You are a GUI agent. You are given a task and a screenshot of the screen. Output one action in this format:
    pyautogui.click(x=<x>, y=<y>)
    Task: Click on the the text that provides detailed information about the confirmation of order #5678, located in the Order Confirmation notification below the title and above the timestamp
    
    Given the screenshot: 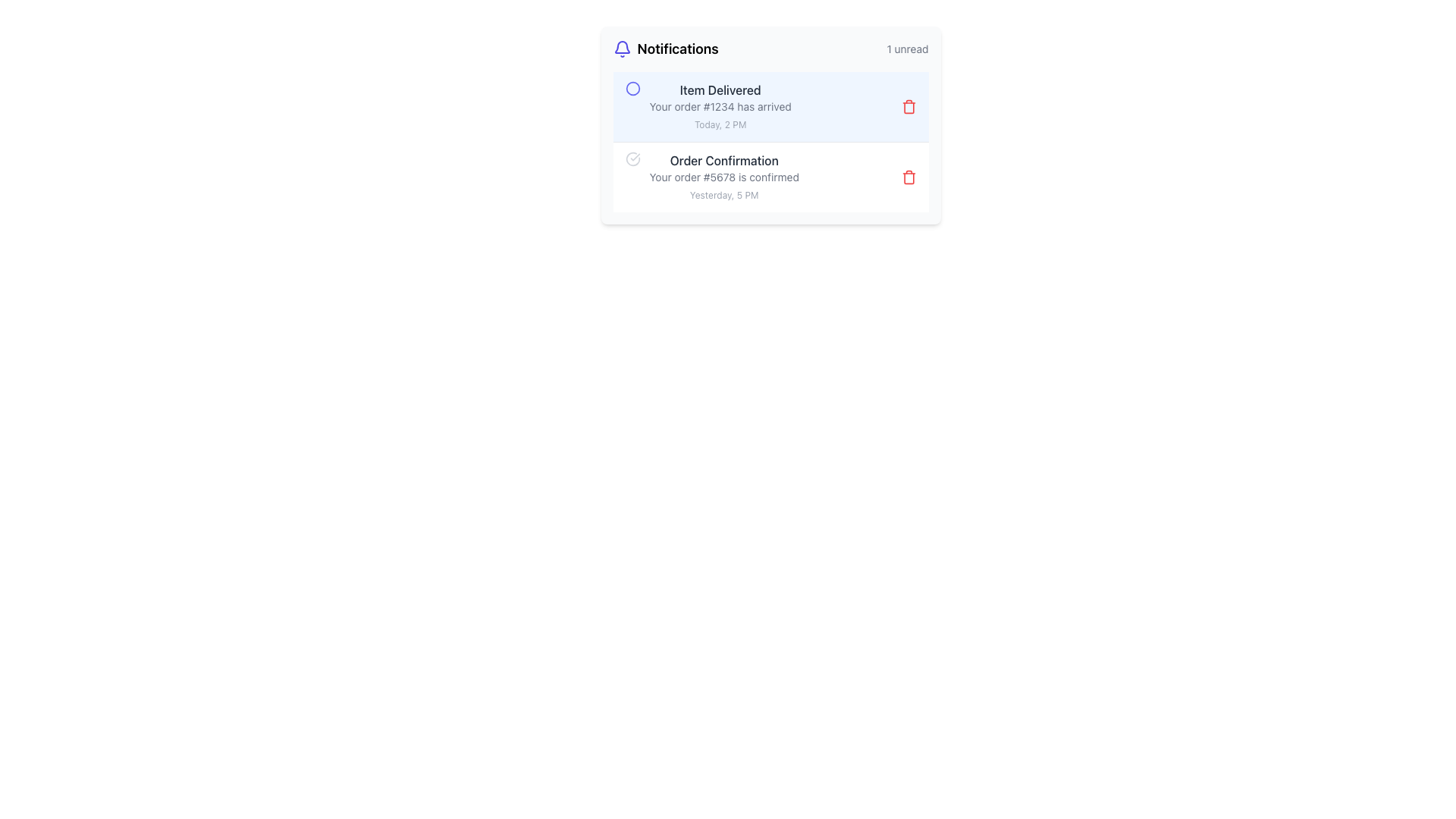 What is the action you would take?
    pyautogui.click(x=723, y=177)
    